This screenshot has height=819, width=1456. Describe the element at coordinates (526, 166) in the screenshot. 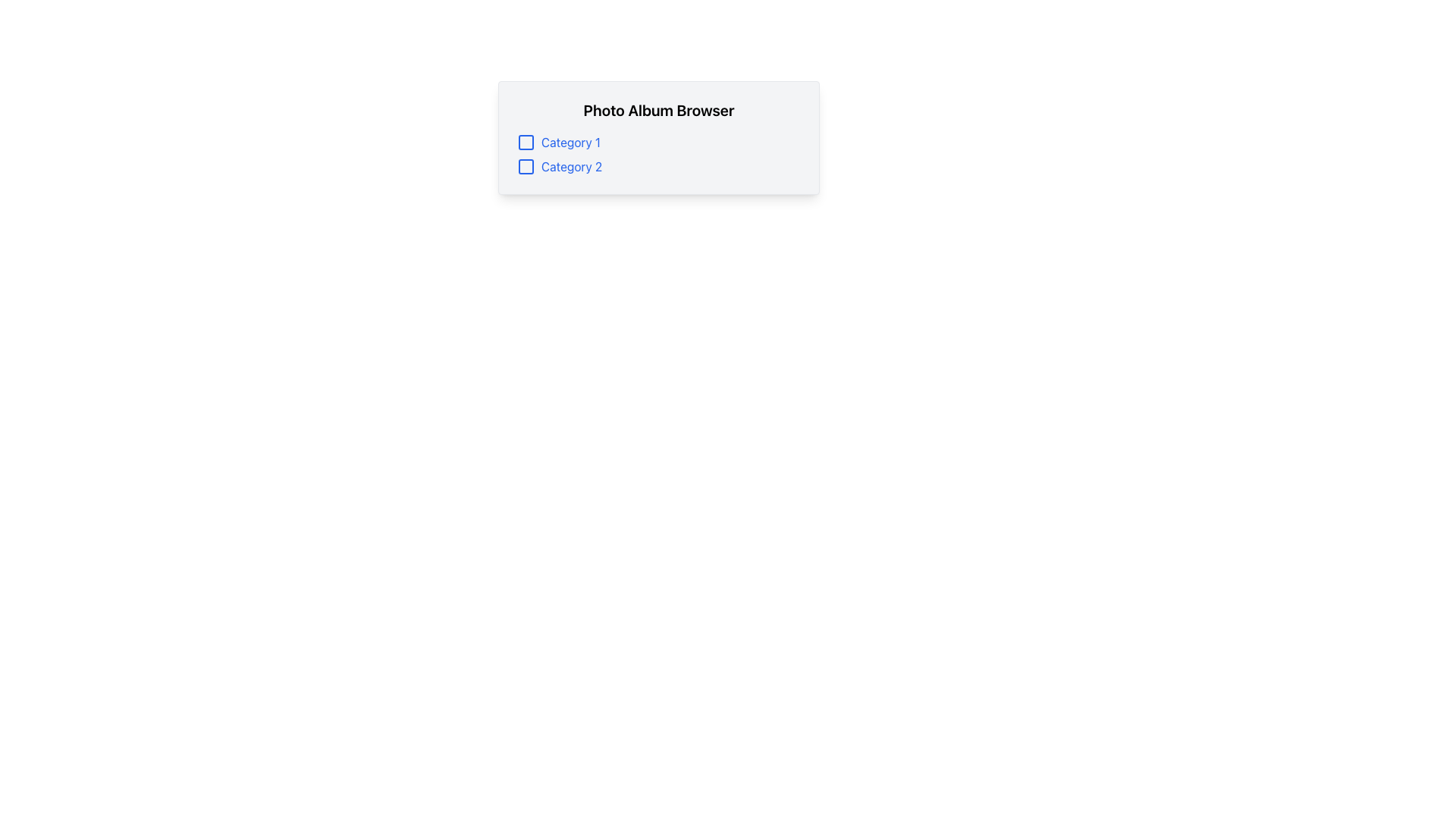

I see `the checkbox element associated with 'Category 2'` at that location.